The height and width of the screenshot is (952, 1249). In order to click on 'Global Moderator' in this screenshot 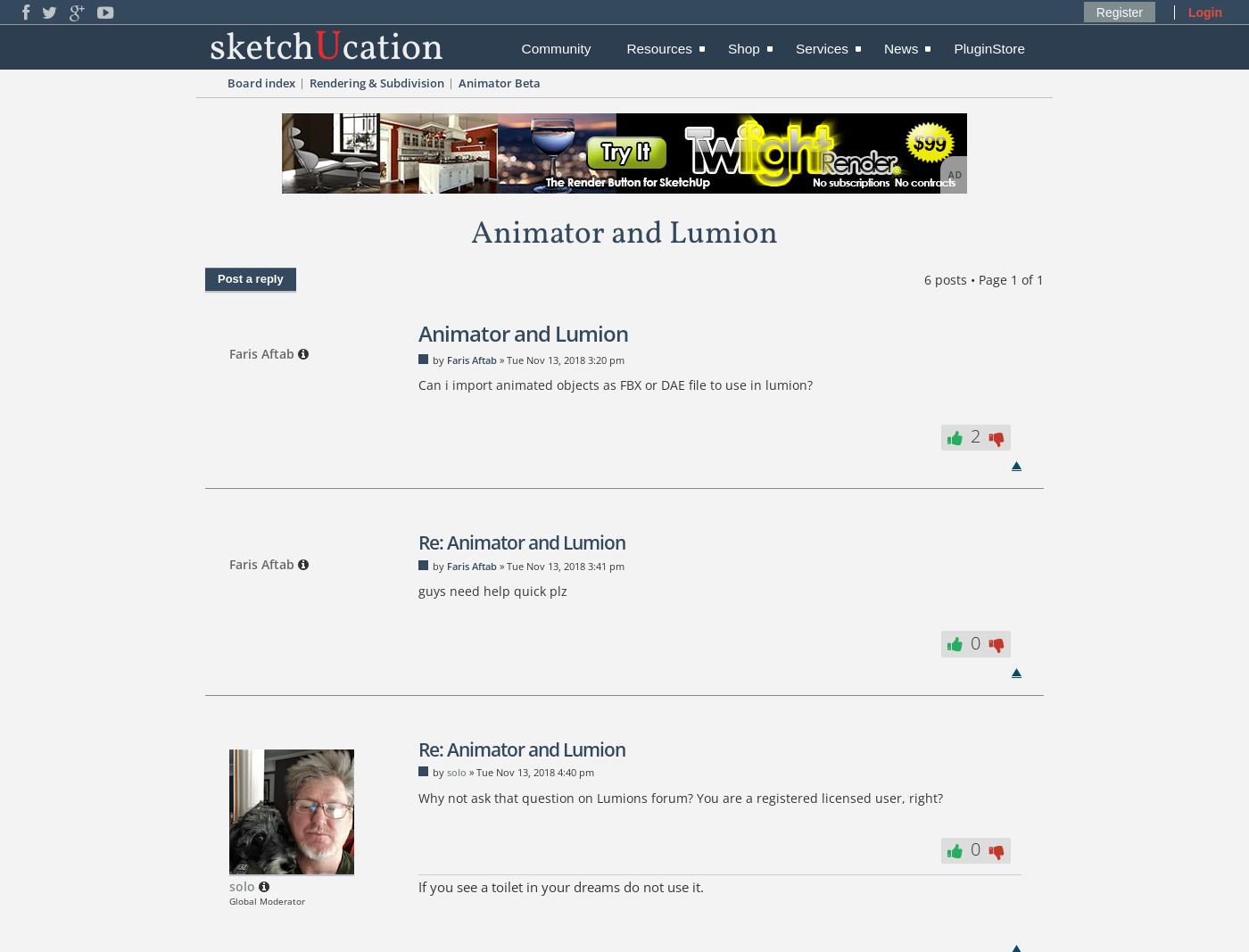, I will do `click(229, 899)`.